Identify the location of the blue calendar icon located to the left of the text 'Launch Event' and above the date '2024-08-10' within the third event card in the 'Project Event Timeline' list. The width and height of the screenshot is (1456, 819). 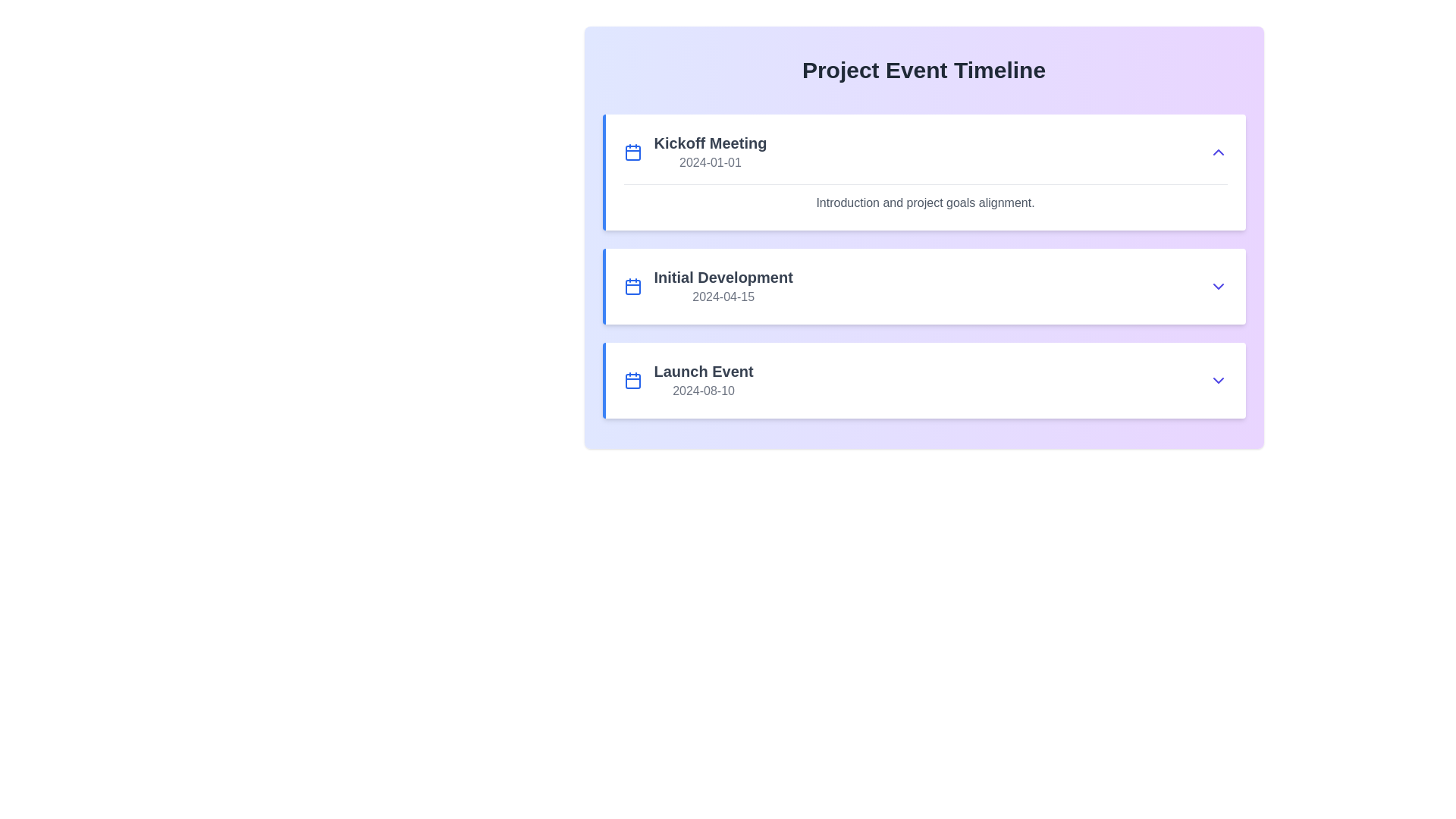
(632, 379).